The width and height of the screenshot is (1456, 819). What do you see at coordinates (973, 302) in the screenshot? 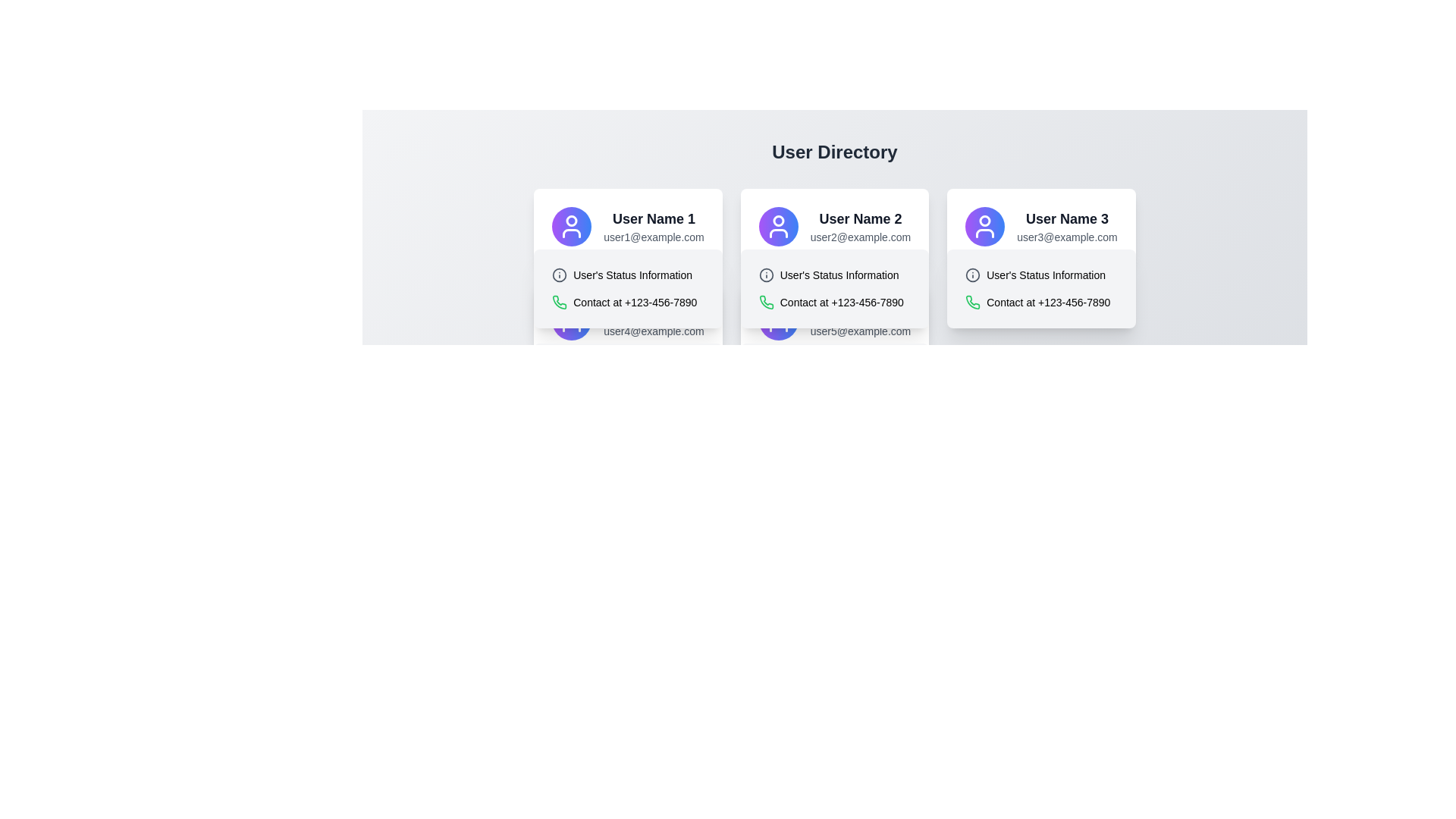
I see `visually on the green telephone handset icon located in the third card under 'User Name 3'` at bounding box center [973, 302].